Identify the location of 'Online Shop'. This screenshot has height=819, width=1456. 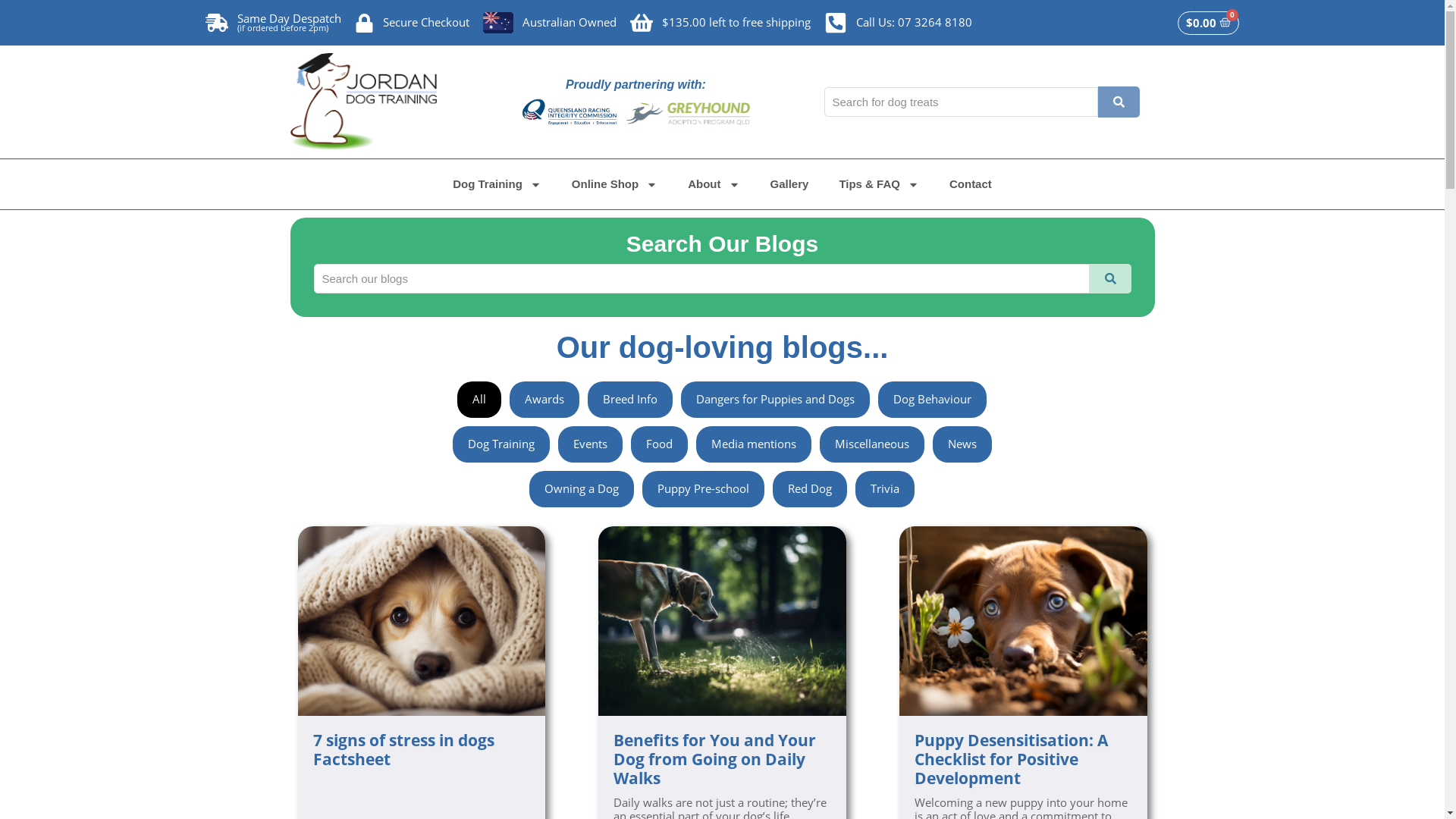
(614, 184).